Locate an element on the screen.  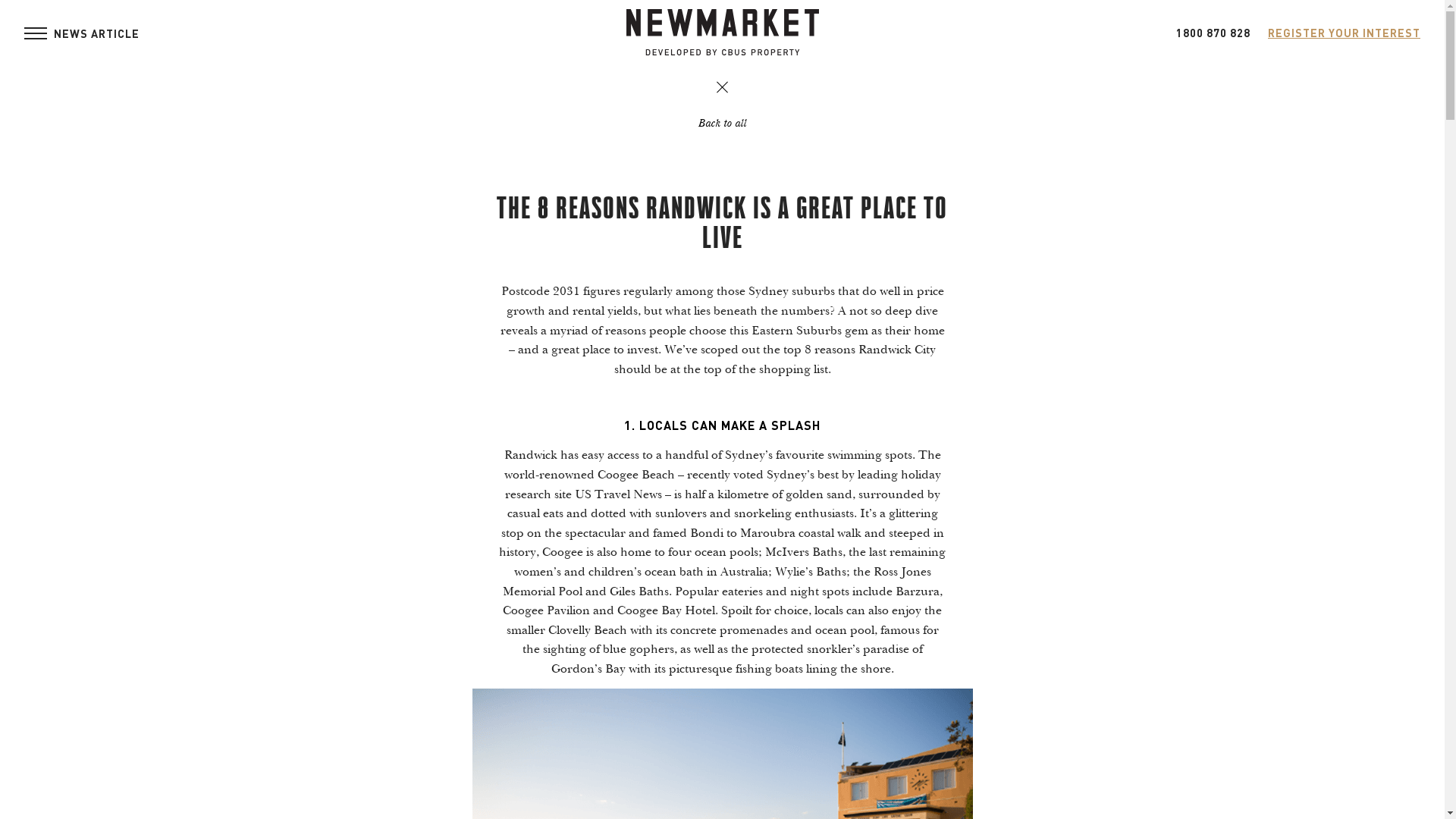
'REGISTER YOUR INTEREST' is located at coordinates (1344, 32).